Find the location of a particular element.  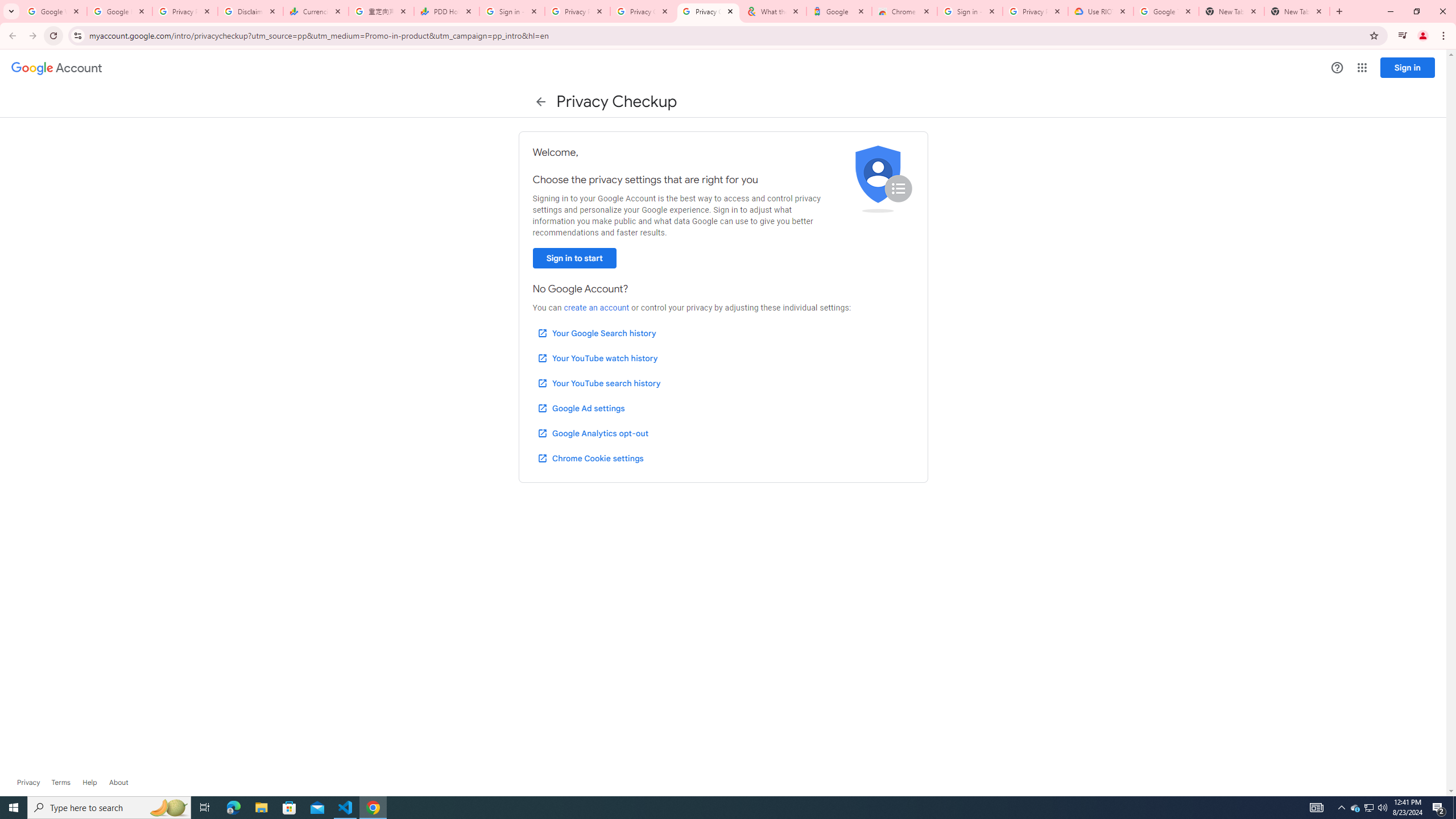

'PDD Holdings Inc - ADR (PDD) Price & News - Google Finance' is located at coordinates (446, 11).